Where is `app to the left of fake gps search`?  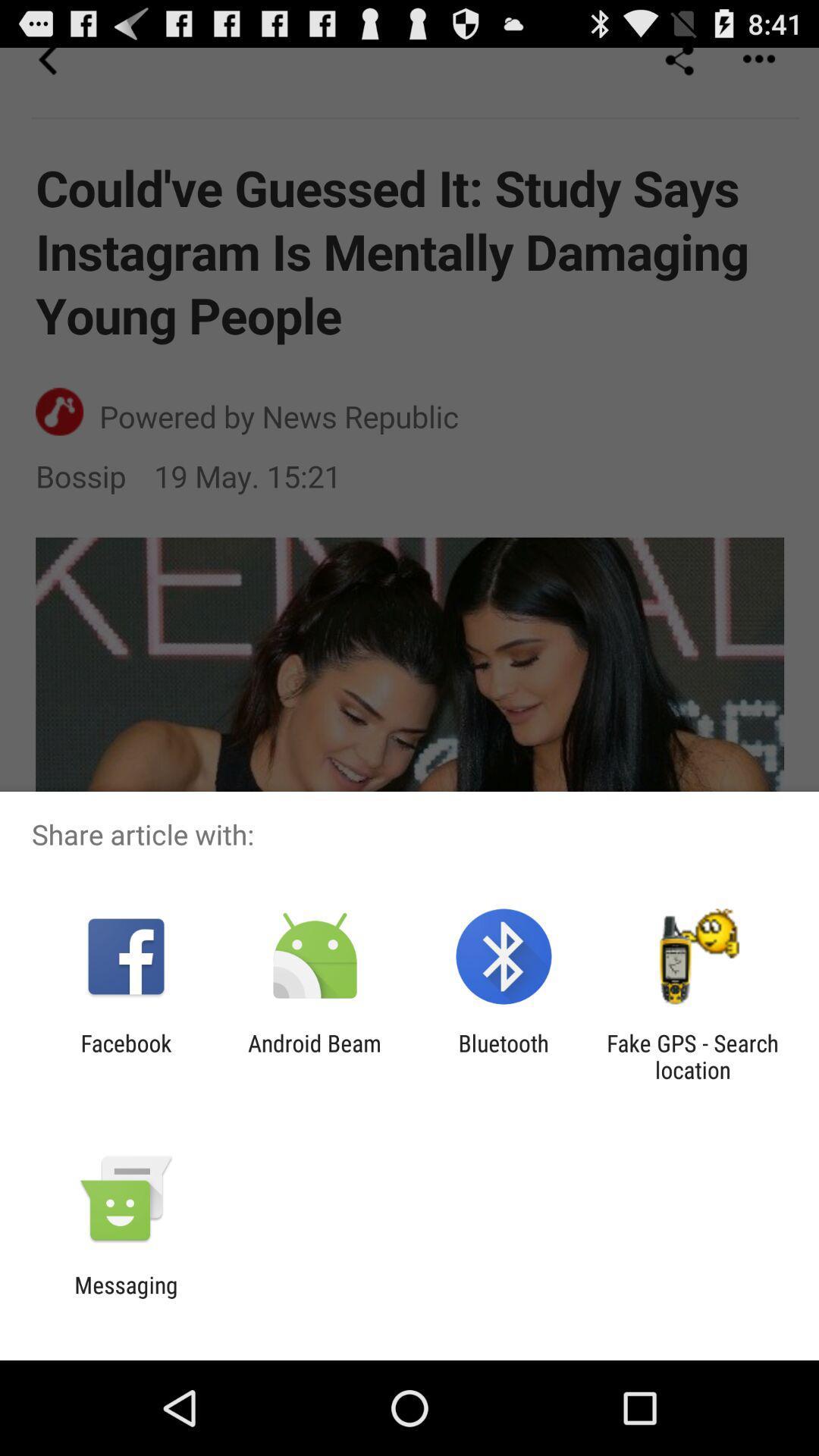
app to the left of fake gps search is located at coordinates (504, 1056).